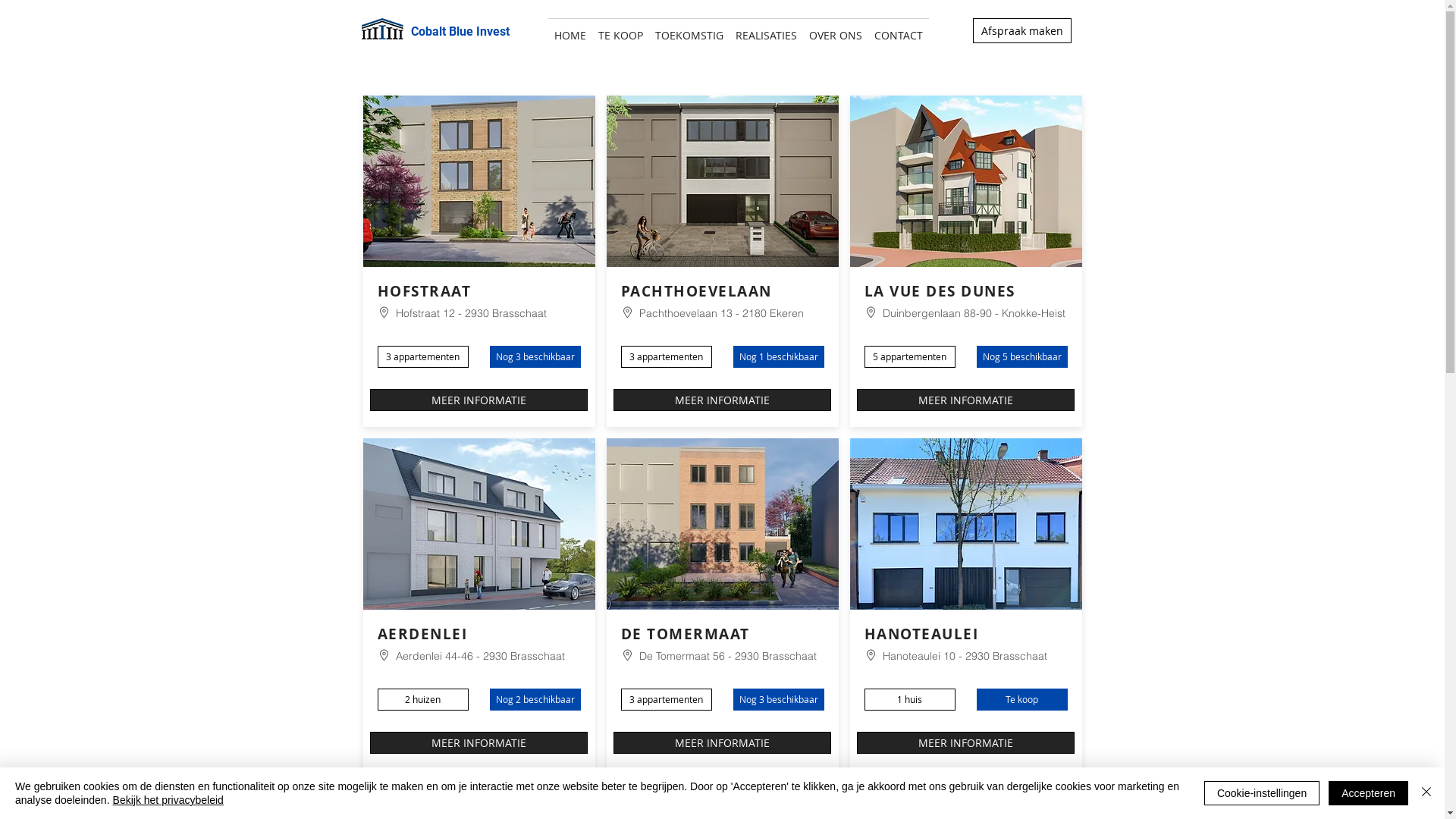 The image size is (1456, 819). I want to click on 'REALISATIES', so click(766, 28).